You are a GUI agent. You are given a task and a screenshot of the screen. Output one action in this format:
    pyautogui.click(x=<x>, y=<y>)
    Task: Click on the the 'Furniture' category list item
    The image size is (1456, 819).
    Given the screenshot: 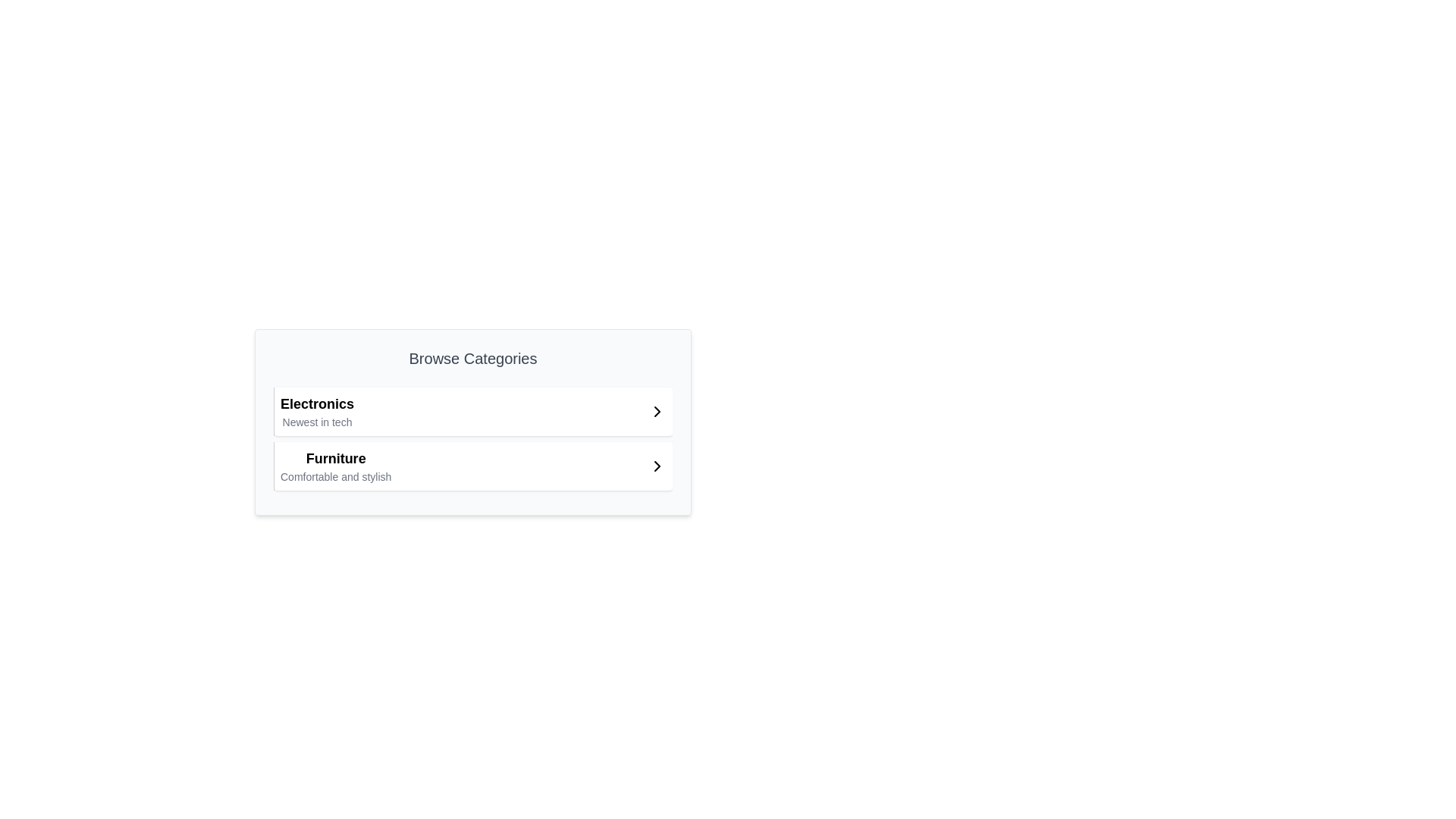 What is the action you would take?
    pyautogui.click(x=472, y=465)
    